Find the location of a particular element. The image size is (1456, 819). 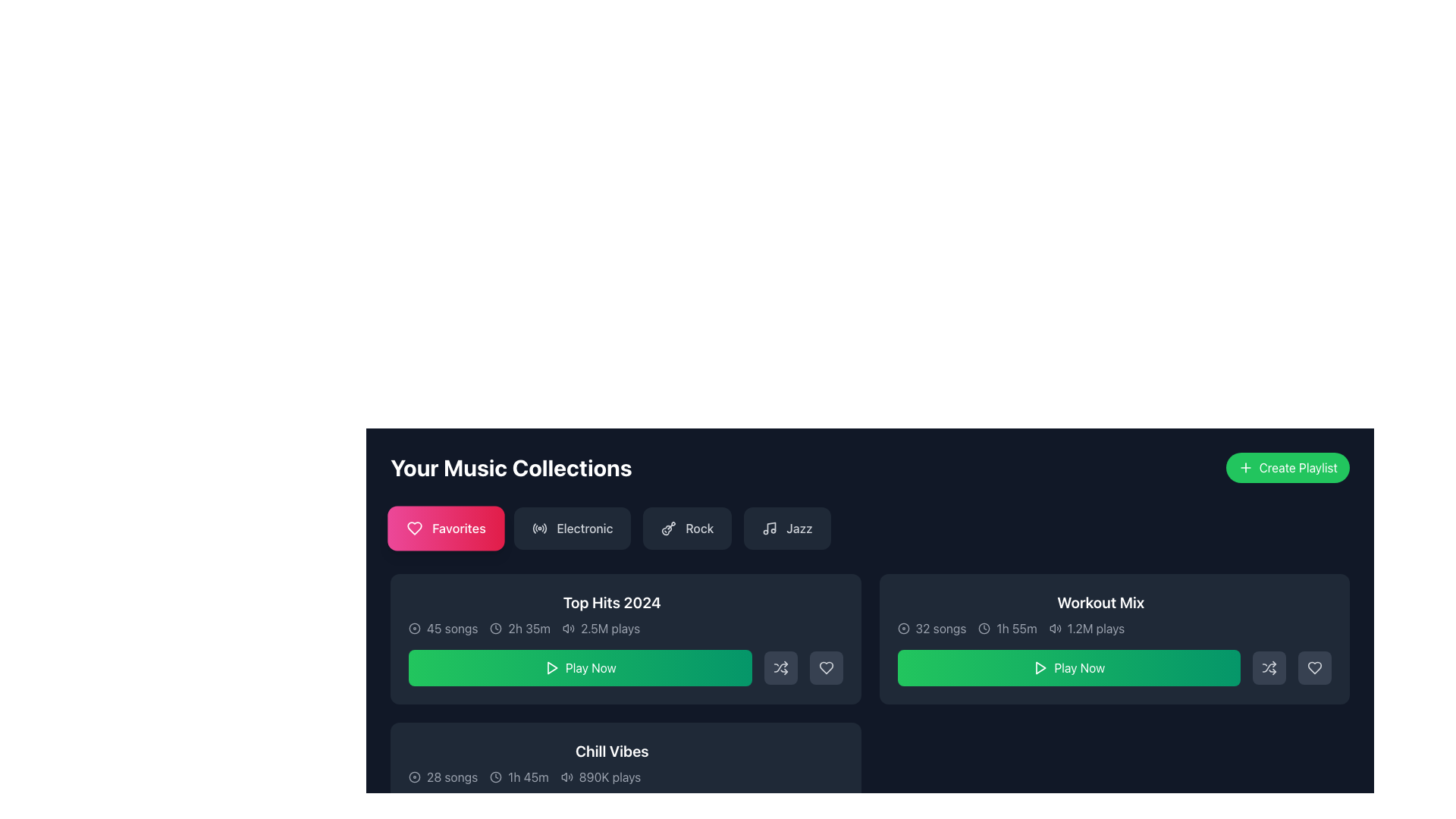

the gray square button with a heart-shaped icon to favorite or unfavorite the playlist, located to the right of the shuffle button in the 'Workout Mix' section is located at coordinates (1313, 667).